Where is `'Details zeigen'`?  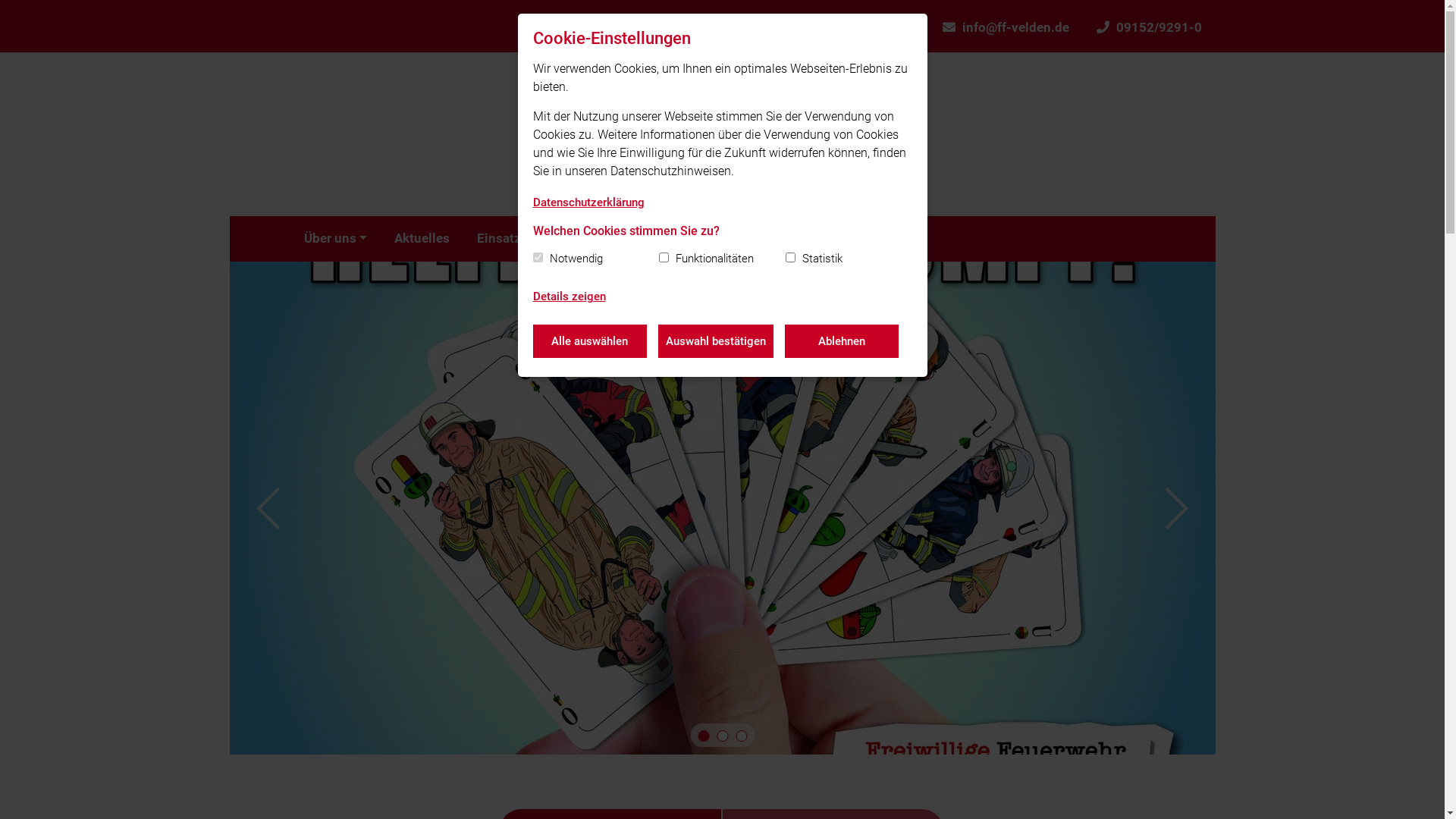 'Details zeigen' is located at coordinates (567, 297).